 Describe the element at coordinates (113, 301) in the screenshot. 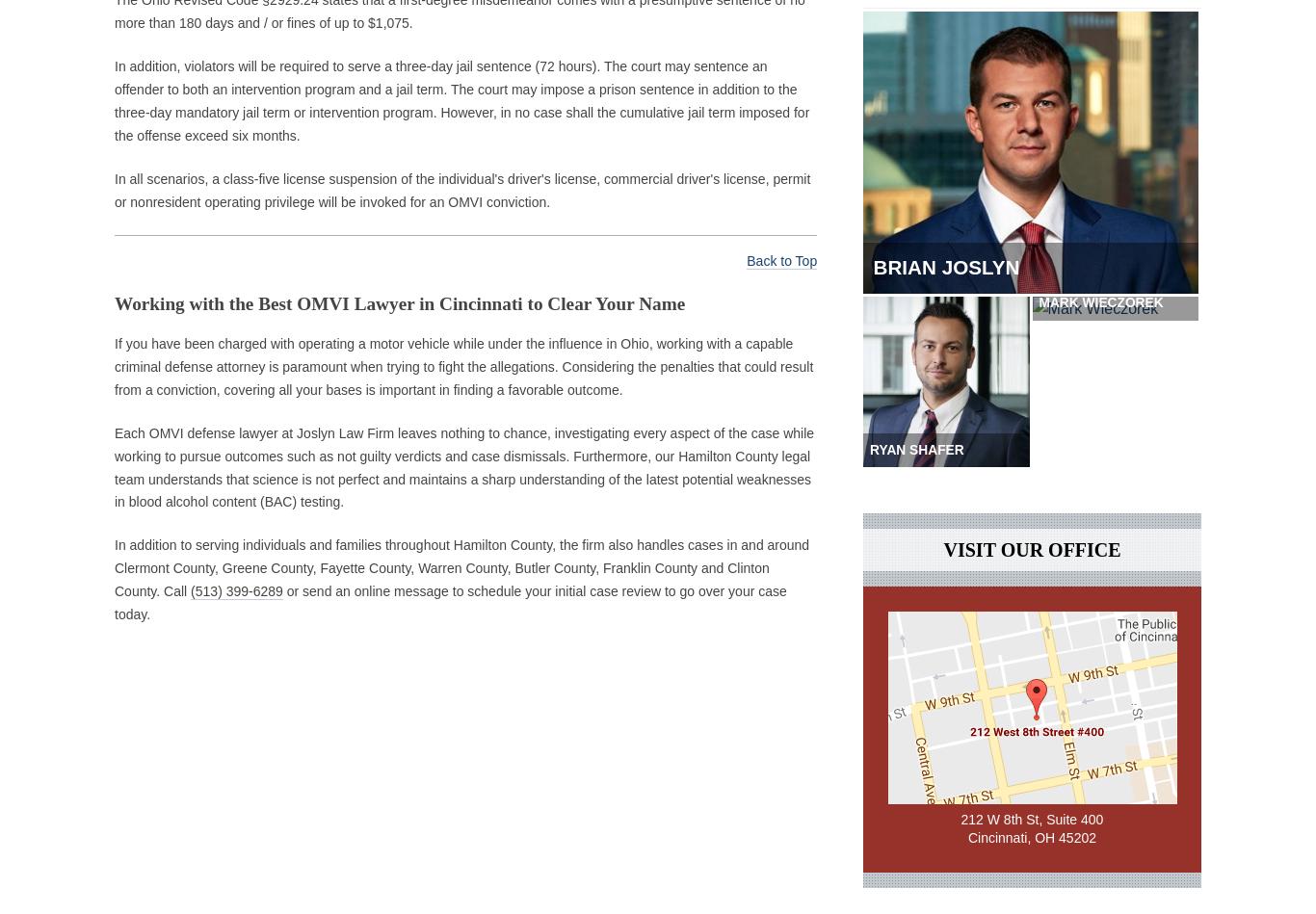

I see `'Working with the Best OMVI Lawyer in Cincinnati to Clear Your Name'` at that location.